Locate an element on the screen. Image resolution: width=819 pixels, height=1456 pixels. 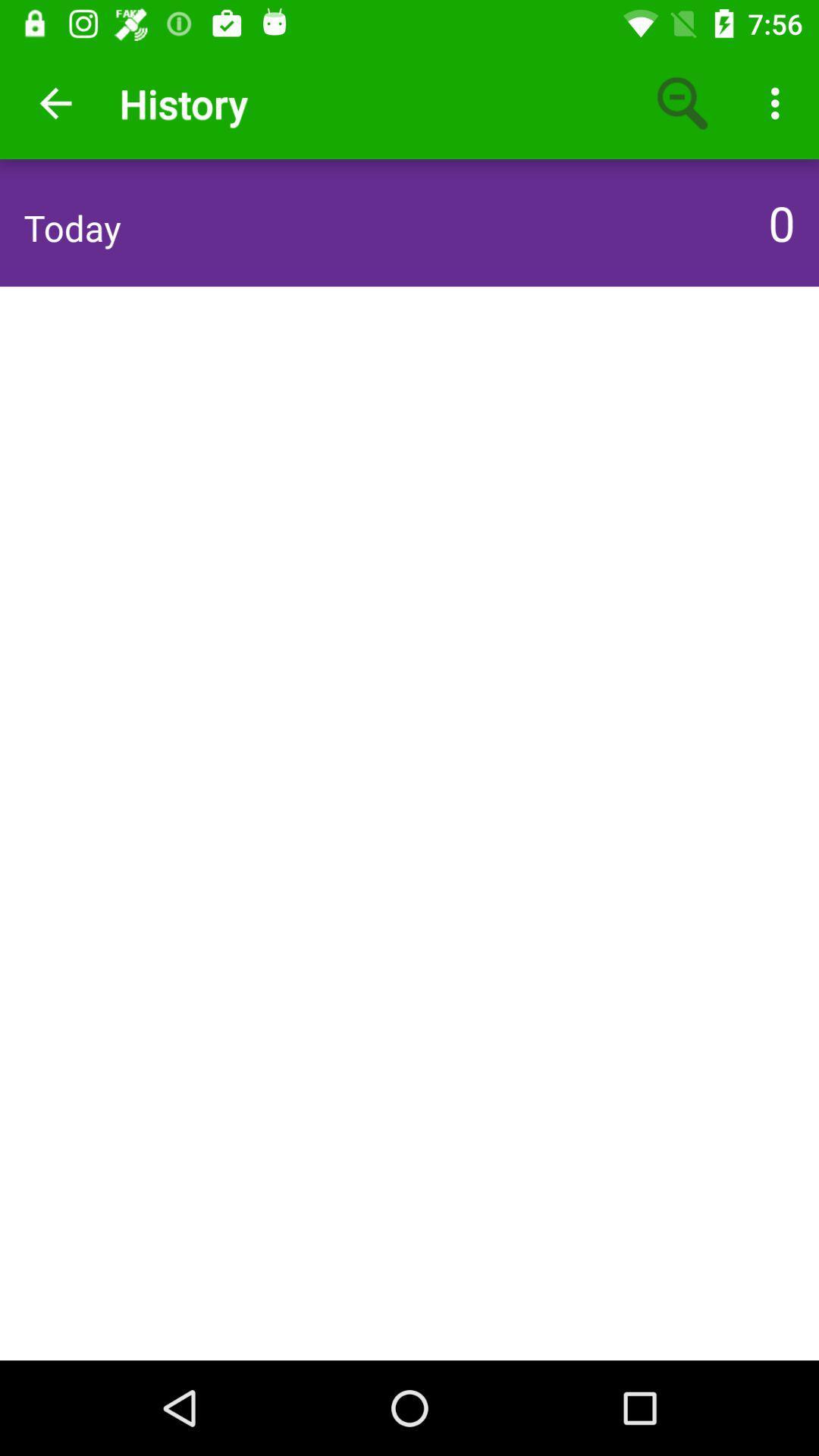
the icon to the left of 0 item is located at coordinates (72, 227).